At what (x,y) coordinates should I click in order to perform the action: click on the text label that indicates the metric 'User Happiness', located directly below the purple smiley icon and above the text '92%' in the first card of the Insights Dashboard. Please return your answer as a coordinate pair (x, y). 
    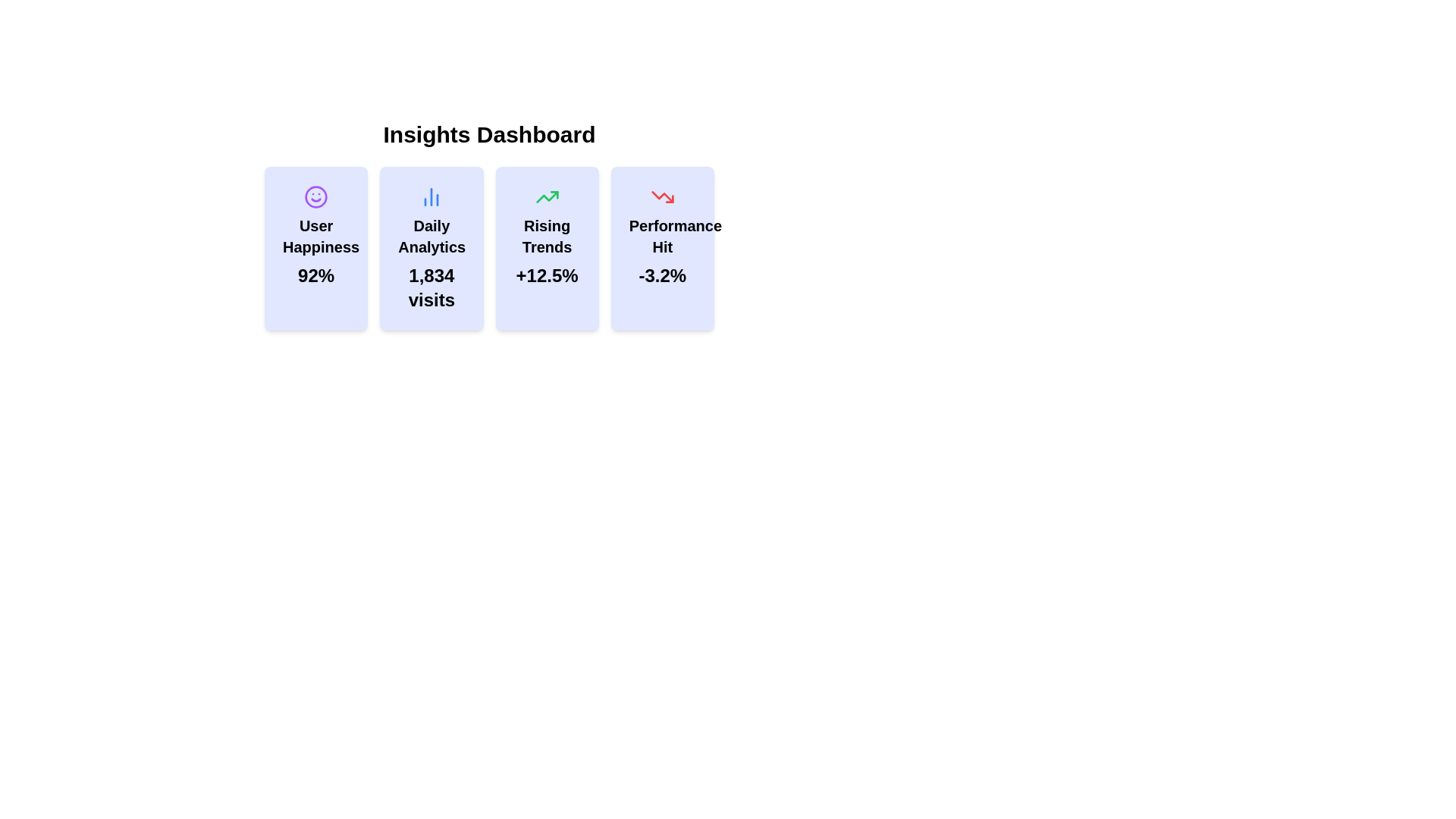
    Looking at the image, I should click on (315, 237).